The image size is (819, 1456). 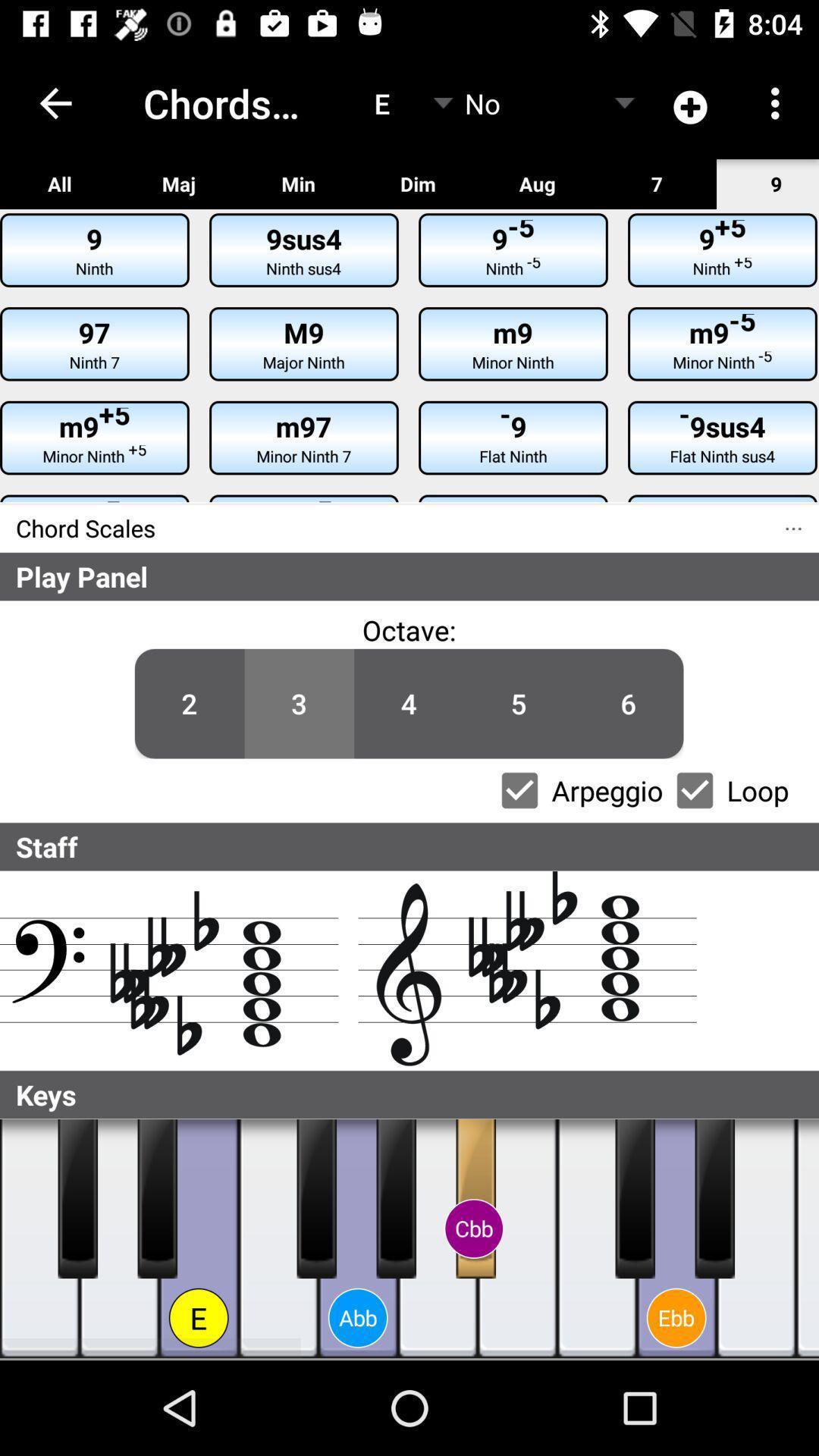 I want to click on e, so click(x=756, y=1238).